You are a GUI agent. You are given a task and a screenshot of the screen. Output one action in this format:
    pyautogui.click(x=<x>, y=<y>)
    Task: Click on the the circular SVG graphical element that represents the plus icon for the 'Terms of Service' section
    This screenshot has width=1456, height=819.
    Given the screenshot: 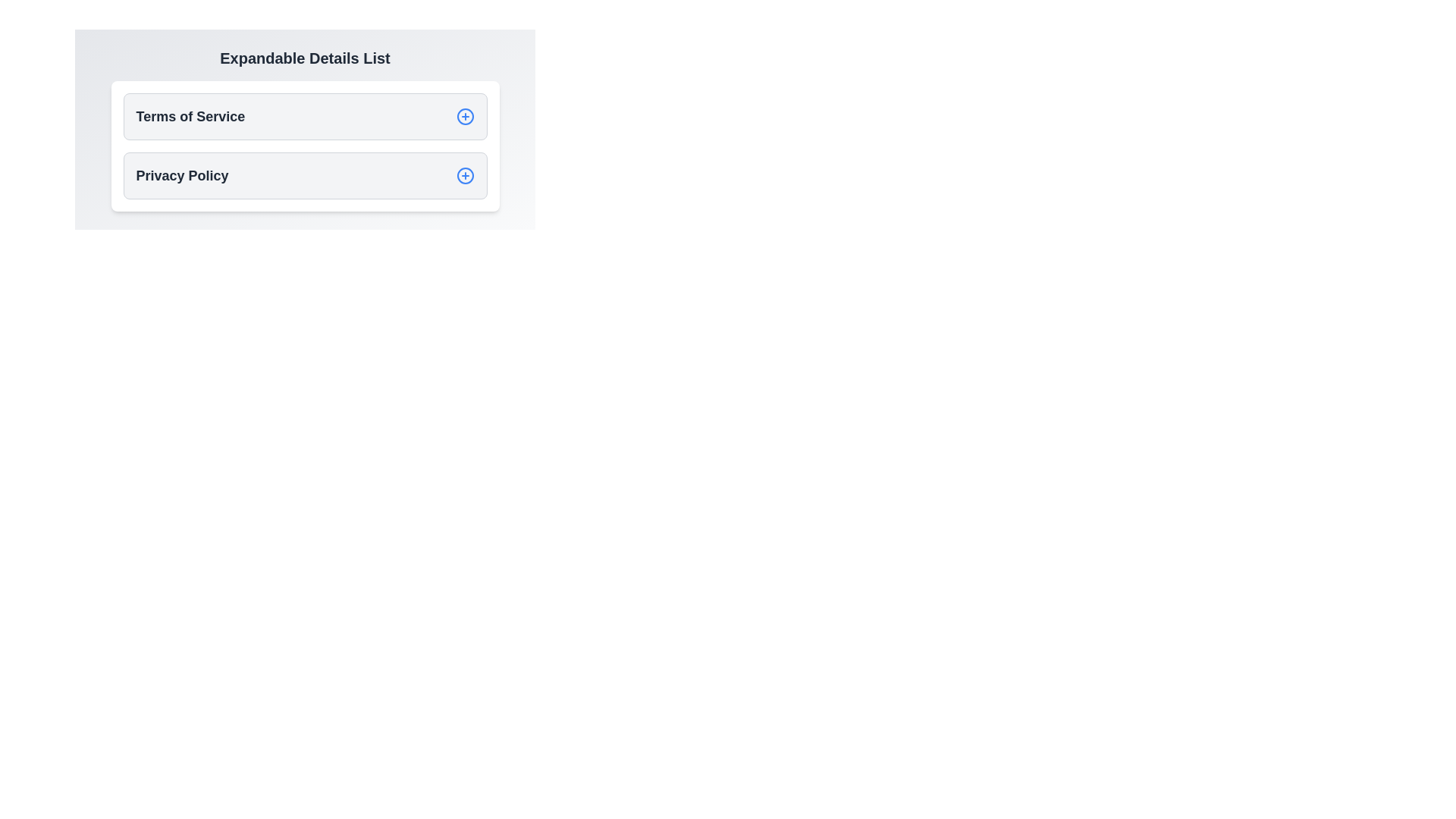 What is the action you would take?
    pyautogui.click(x=464, y=116)
    